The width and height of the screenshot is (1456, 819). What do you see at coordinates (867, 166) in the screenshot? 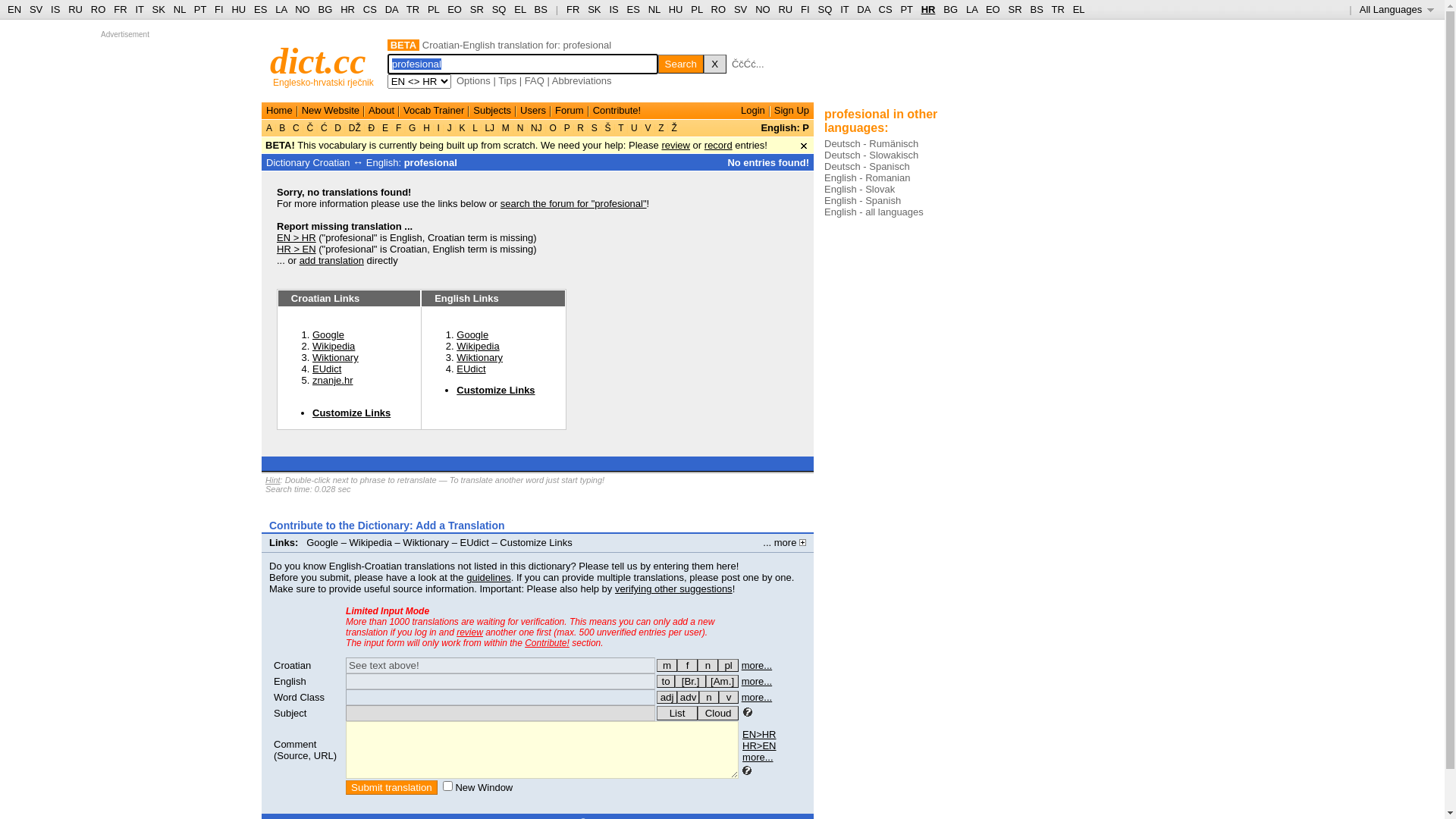
I see `'Deutsch - Spanisch'` at bounding box center [867, 166].